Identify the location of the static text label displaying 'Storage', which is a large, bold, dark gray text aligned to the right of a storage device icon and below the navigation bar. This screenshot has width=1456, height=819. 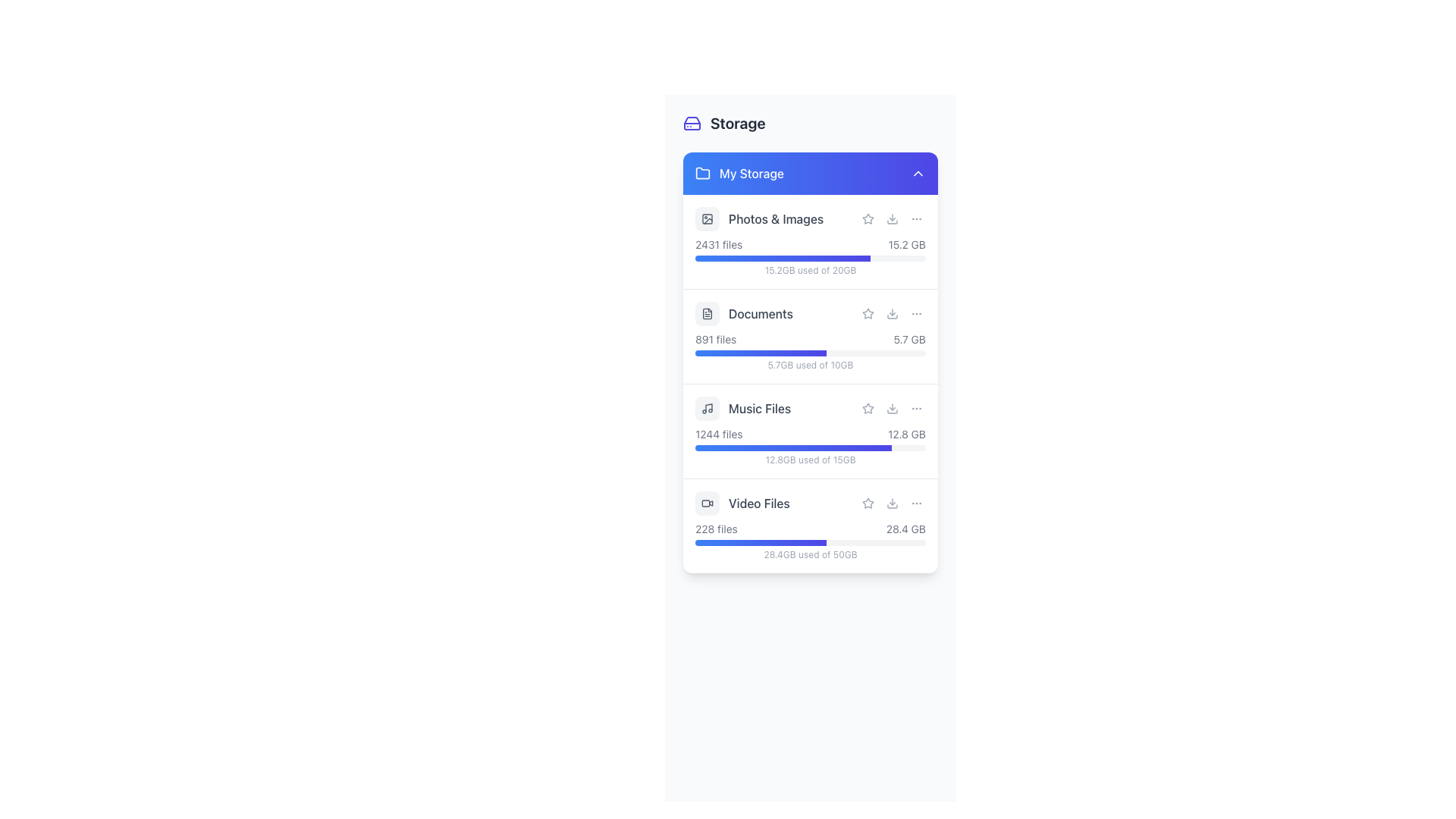
(738, 122).